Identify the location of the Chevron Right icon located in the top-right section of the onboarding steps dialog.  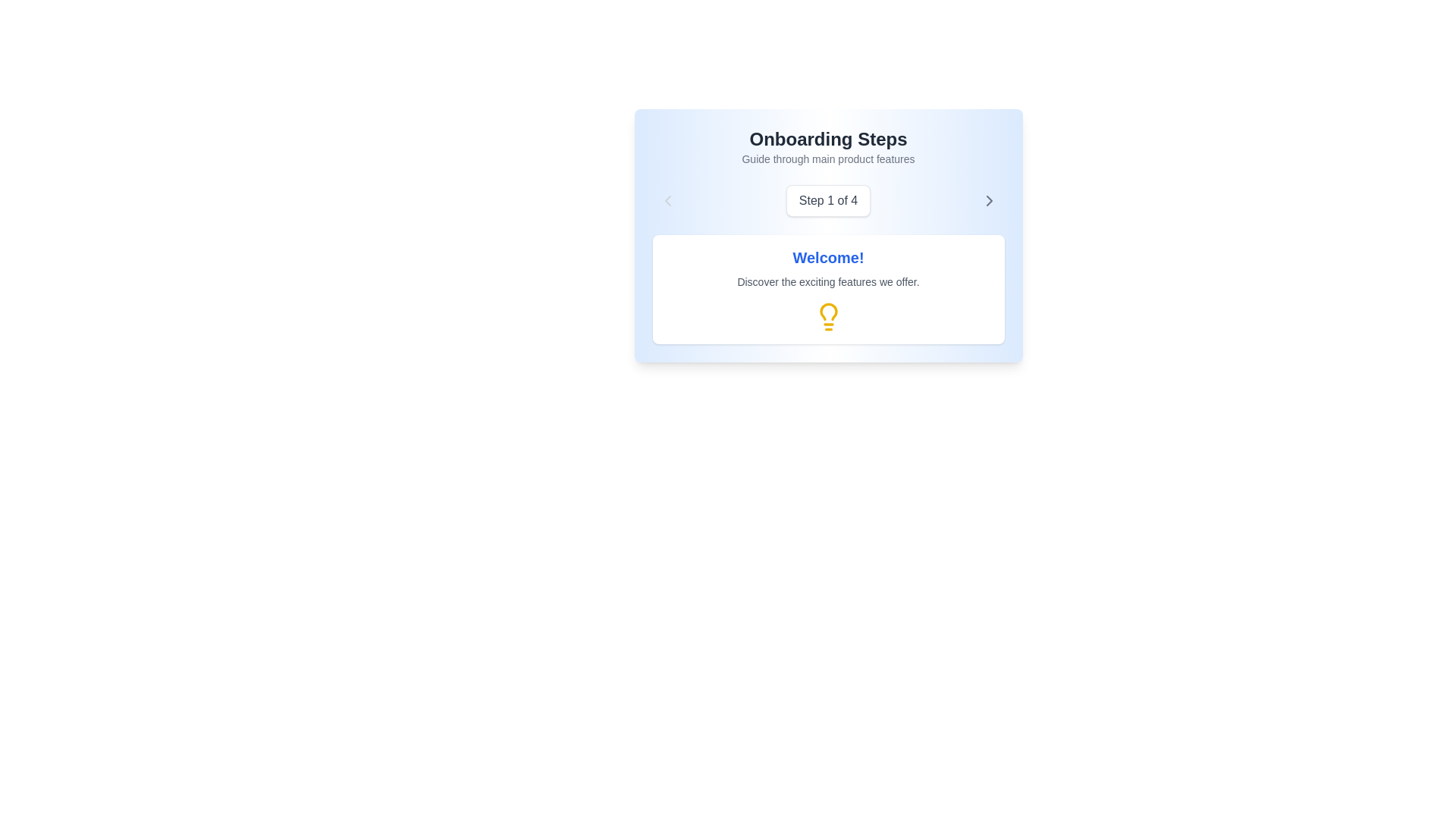
(989, 200).